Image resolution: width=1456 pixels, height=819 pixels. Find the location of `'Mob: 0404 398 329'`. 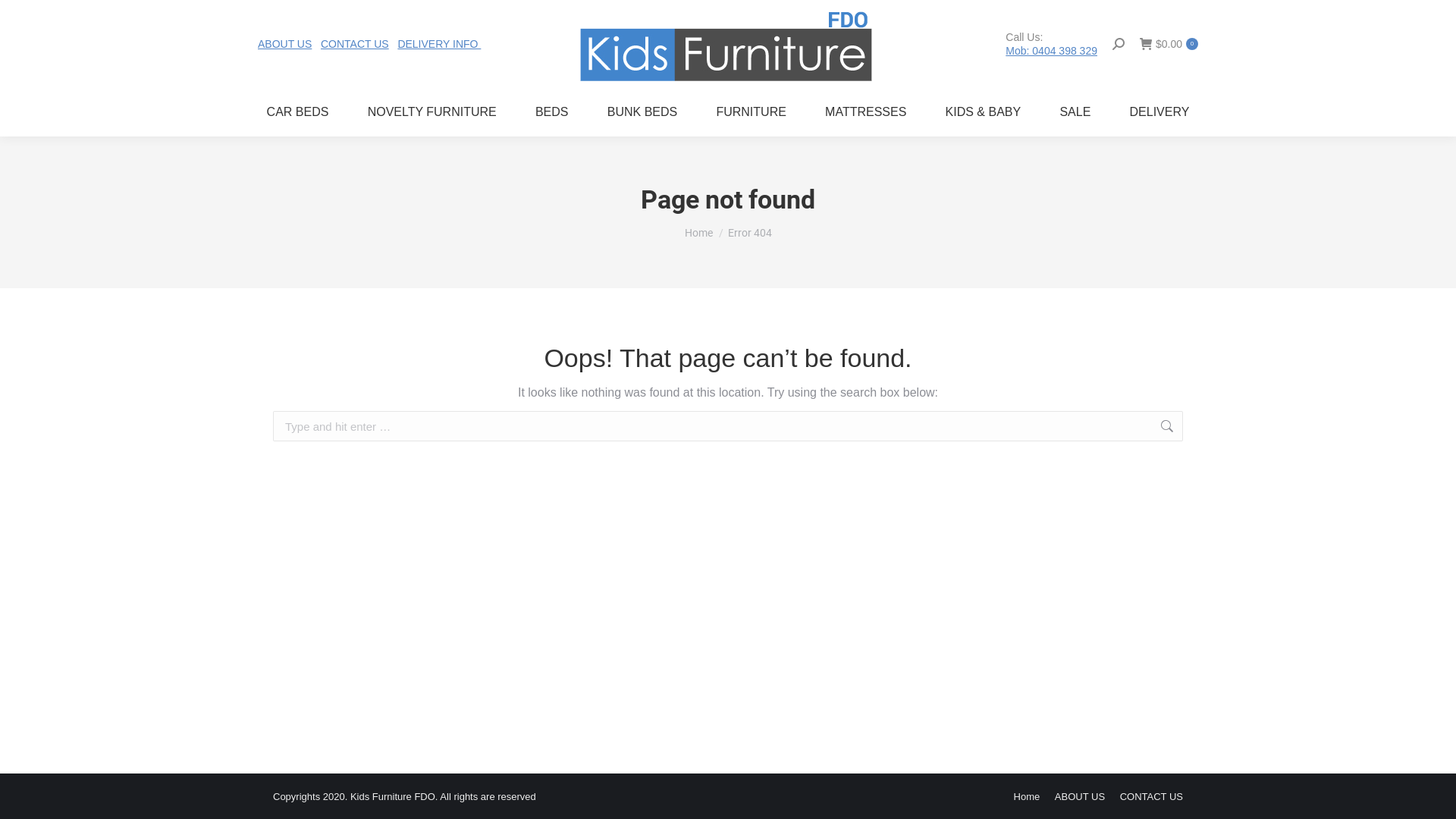

'Mob: 0404 398 329' is located at coordinates (1050, 49).